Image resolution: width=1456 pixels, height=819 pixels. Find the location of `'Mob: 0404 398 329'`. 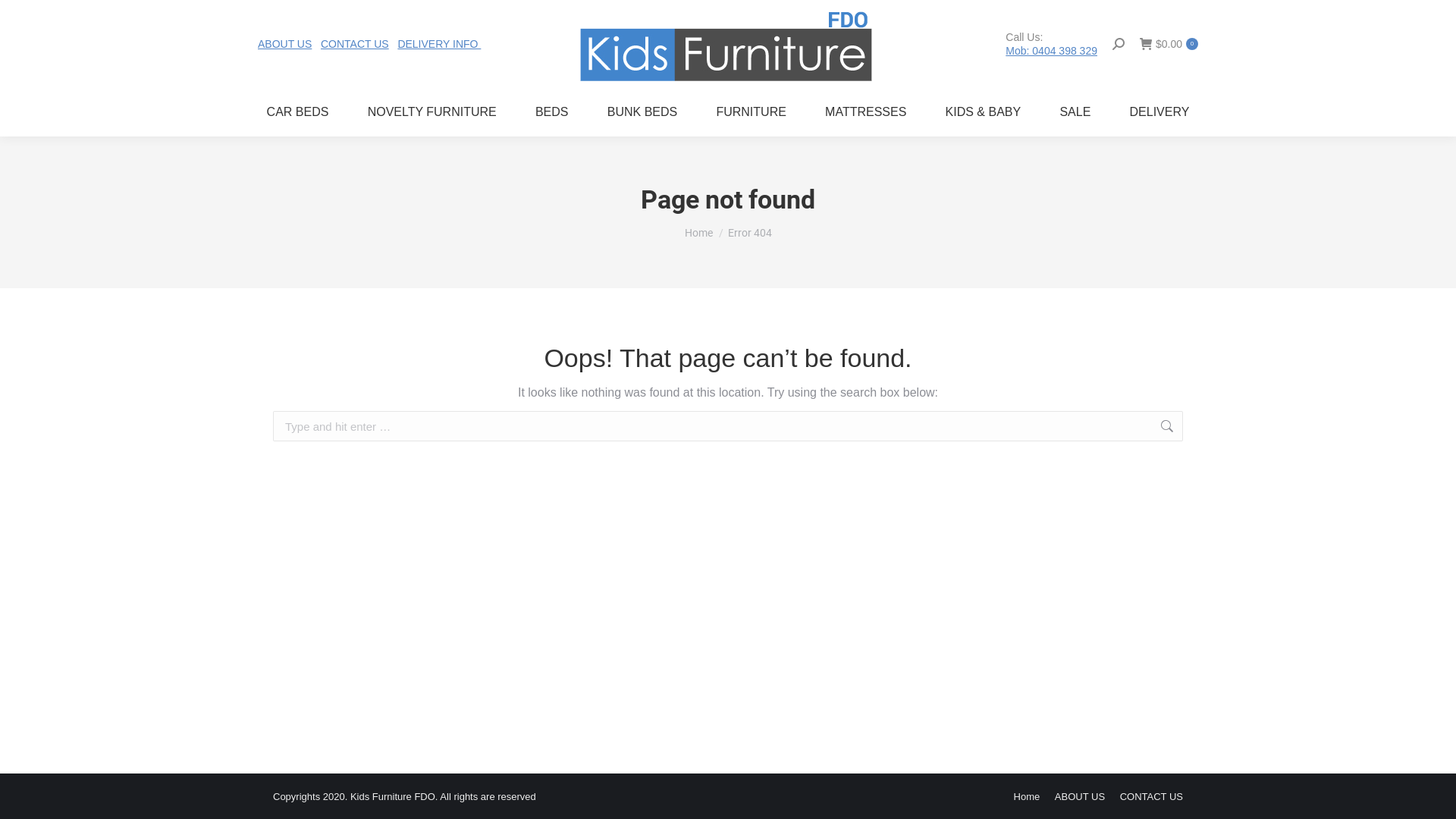

'Mob: 0404 398 329' is located at coordinates (1050, 49).